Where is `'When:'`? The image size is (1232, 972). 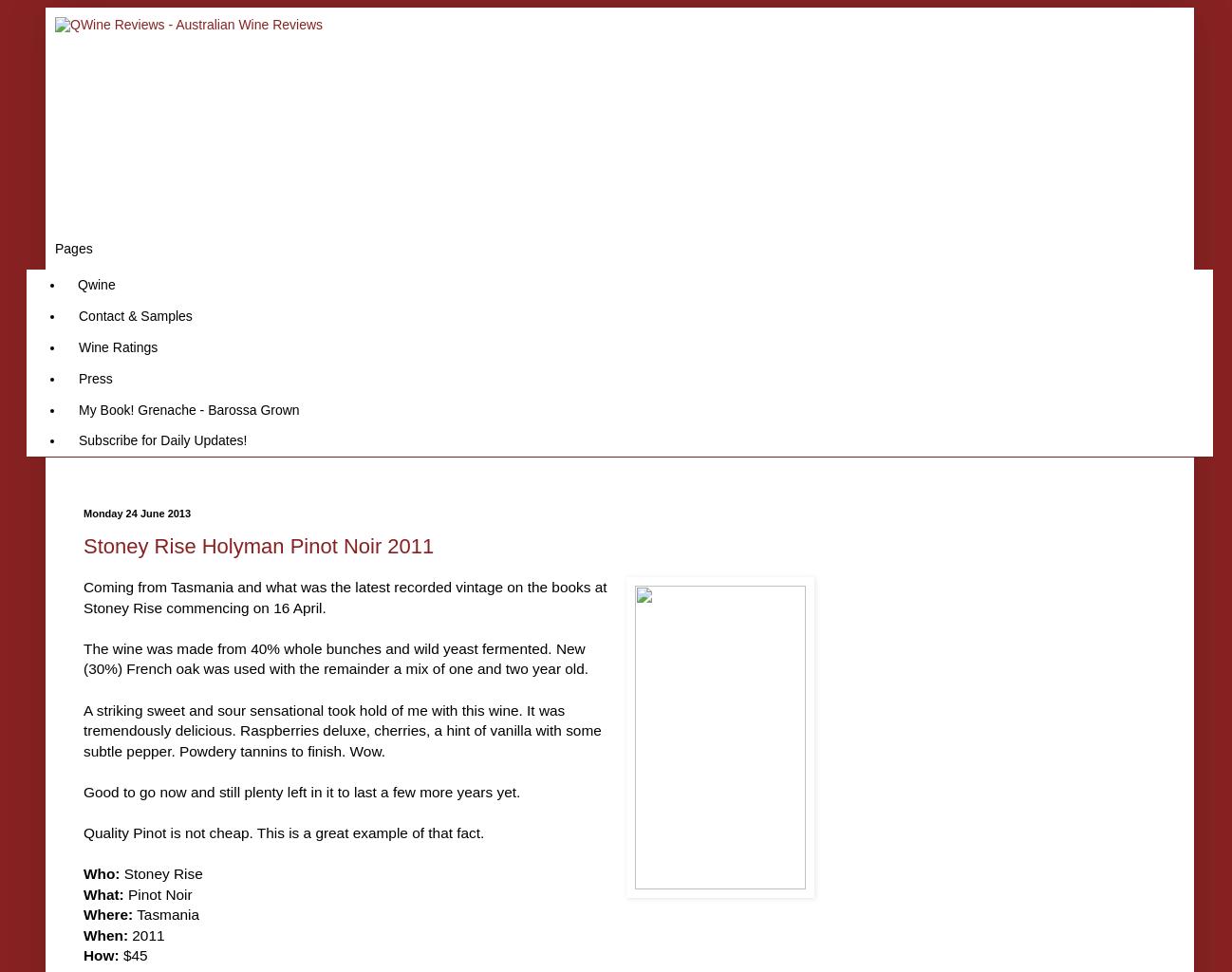 'When:' is located at coordinates (105, 933).